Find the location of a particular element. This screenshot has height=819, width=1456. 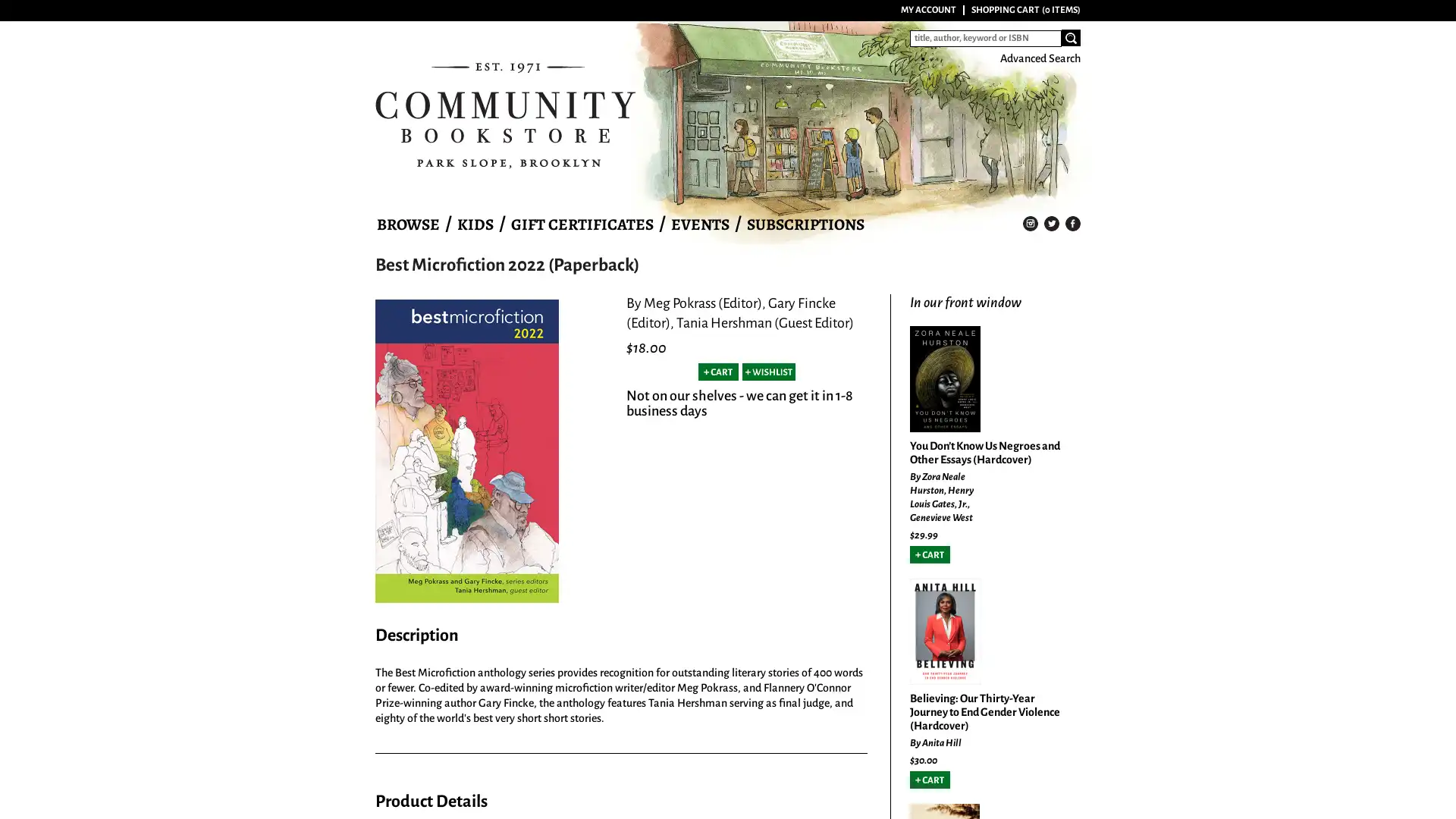

Add to Cart is located at coordinates (929, 780).